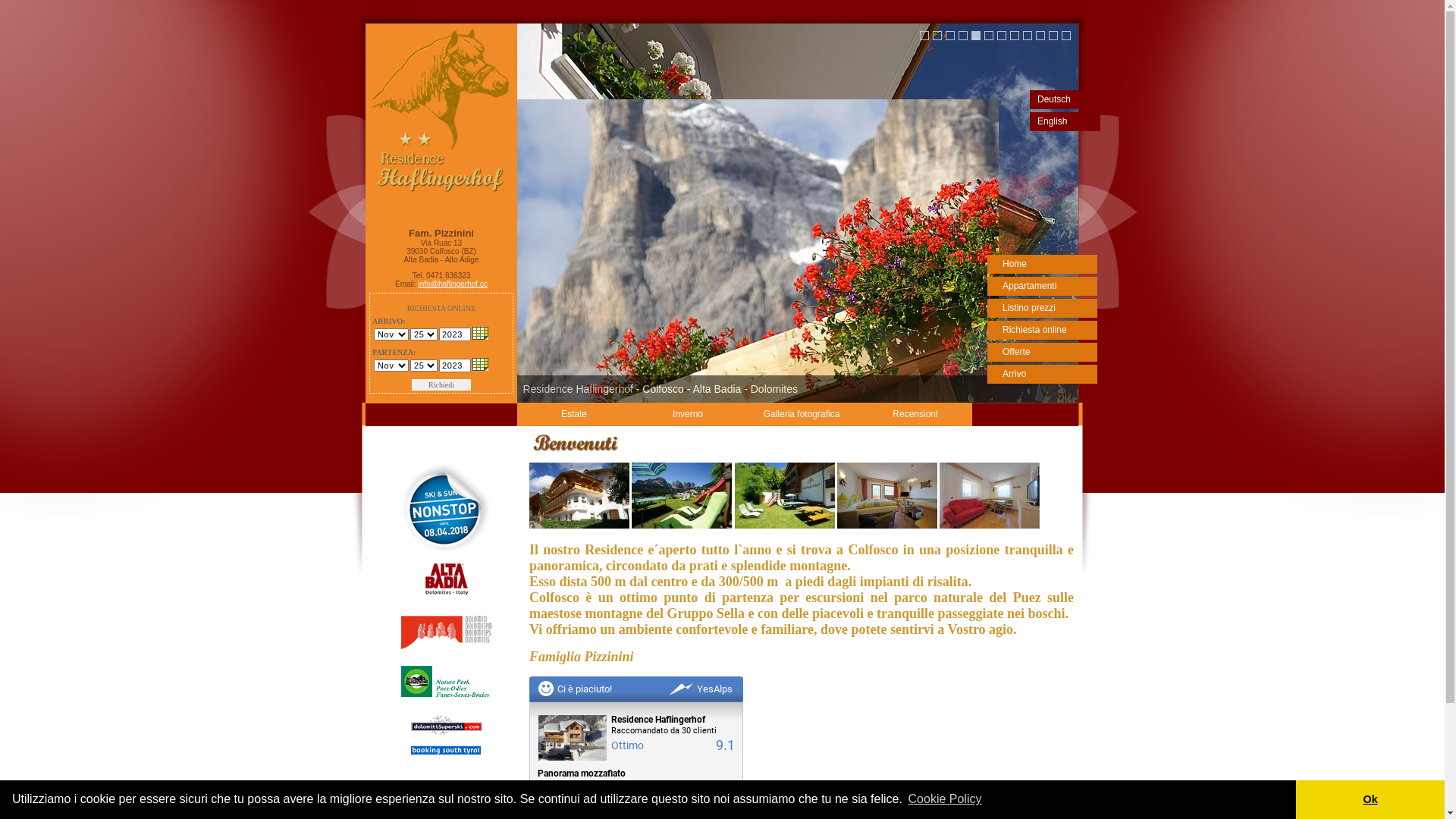  What do you see at coordinates (1030, 99) in the screenshot?
I see `'Deutsch'` at bounding box center [1030, 99].